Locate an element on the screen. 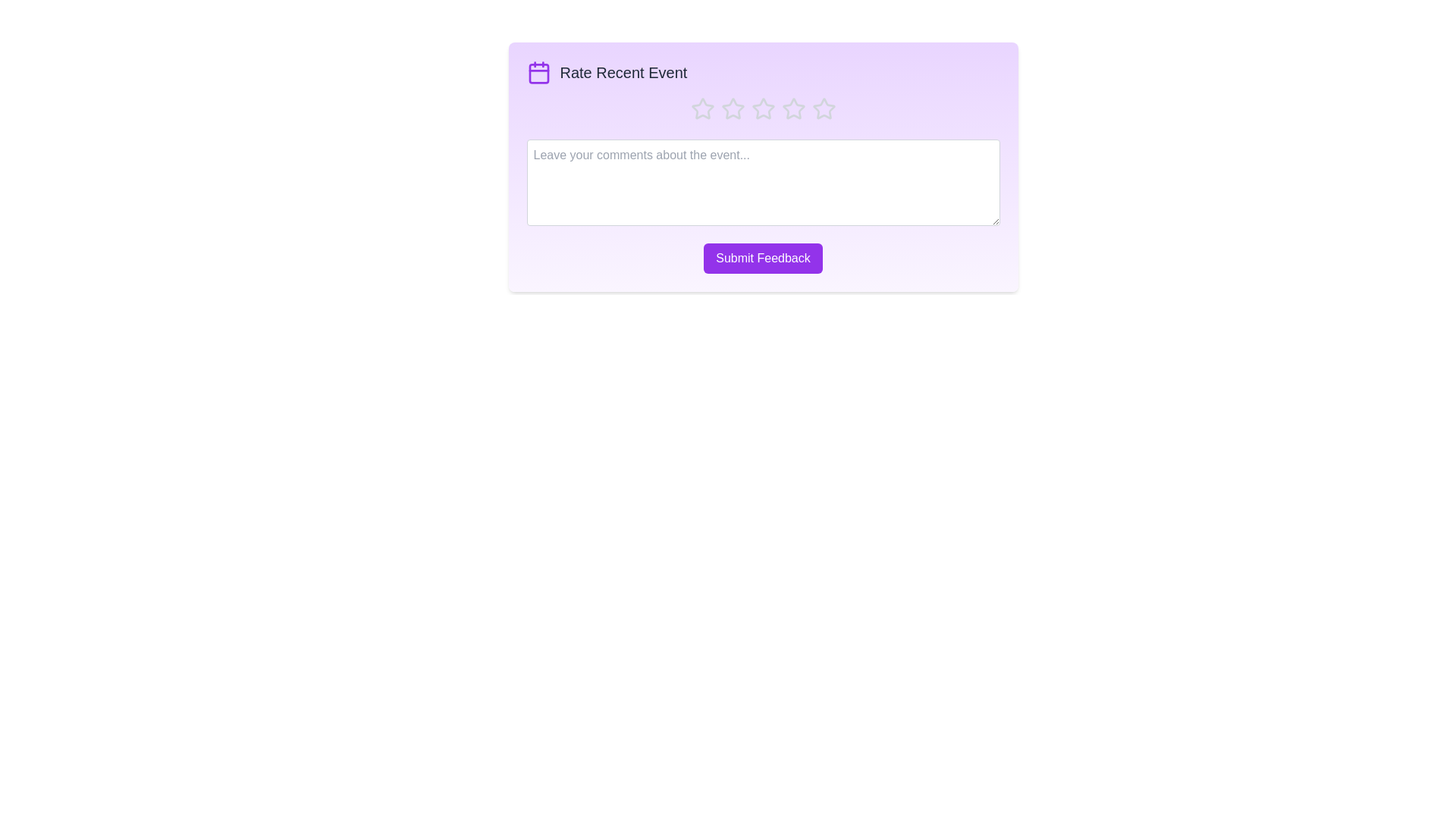  the text area and type the comment is located at coordinates (763, 181).